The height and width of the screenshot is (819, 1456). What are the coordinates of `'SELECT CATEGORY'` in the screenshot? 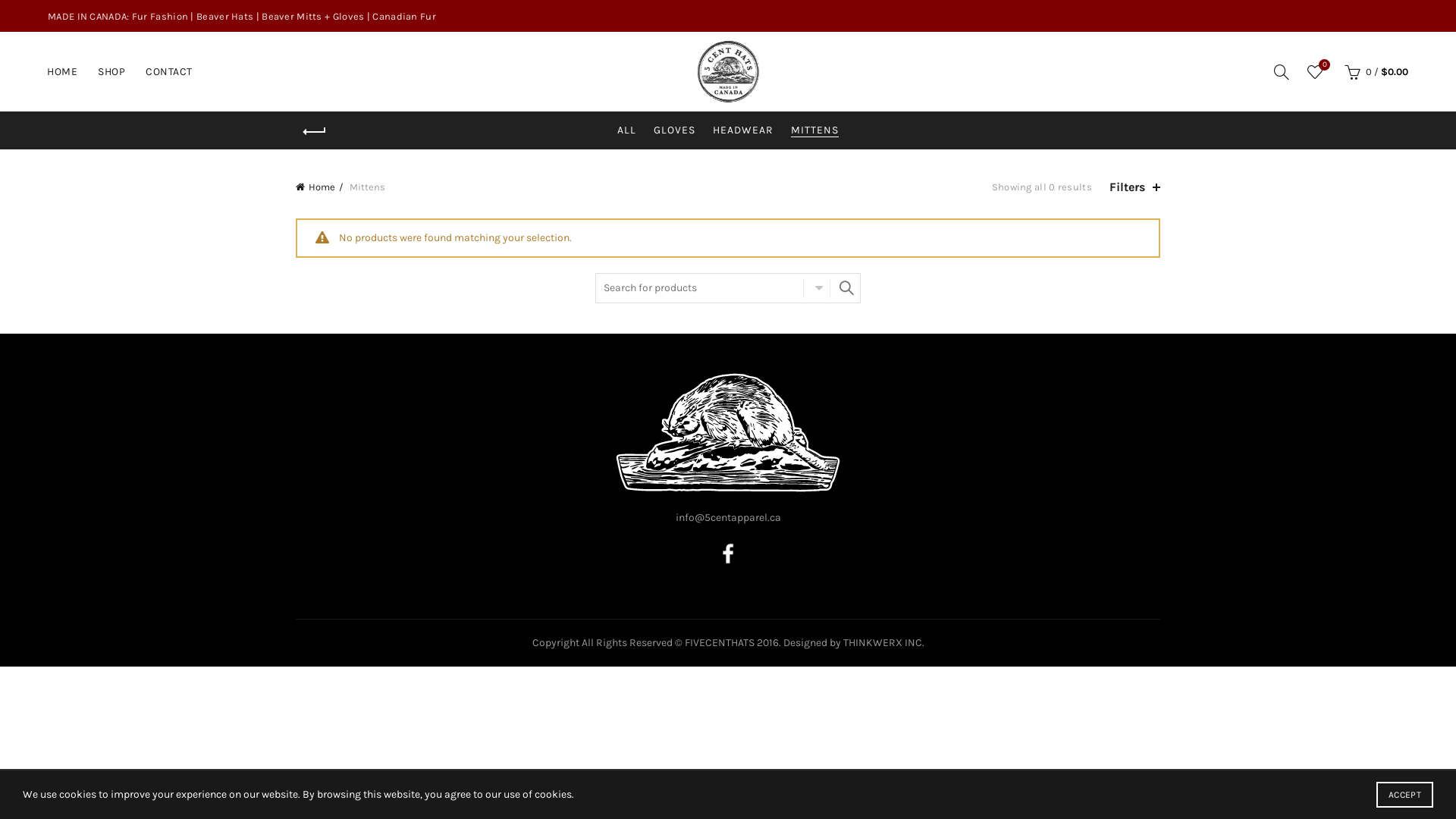 It's located at (815, 288).